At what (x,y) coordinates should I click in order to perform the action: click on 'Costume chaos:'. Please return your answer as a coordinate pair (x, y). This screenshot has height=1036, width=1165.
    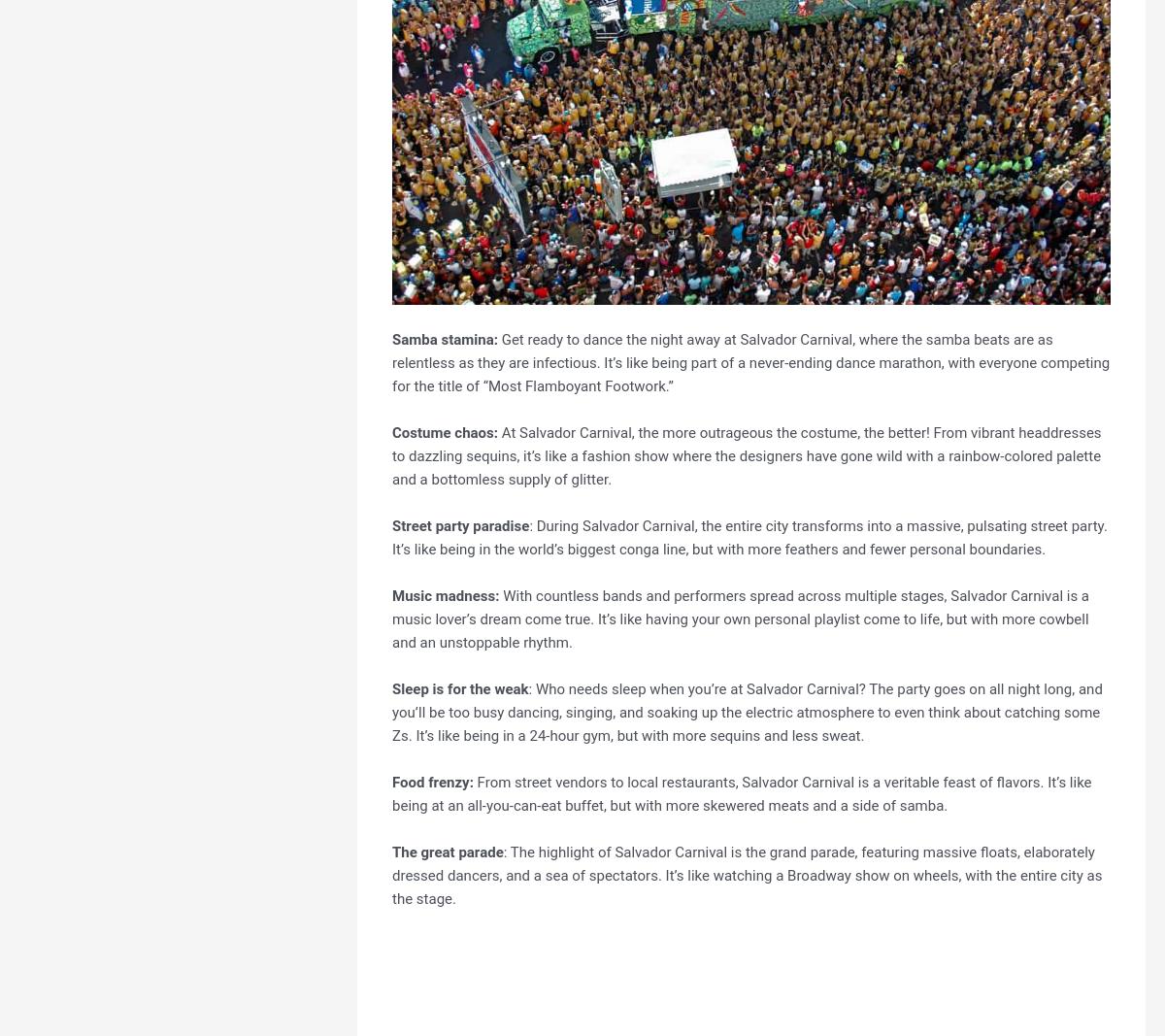
    Looking at the image, I should click on (444, 431).